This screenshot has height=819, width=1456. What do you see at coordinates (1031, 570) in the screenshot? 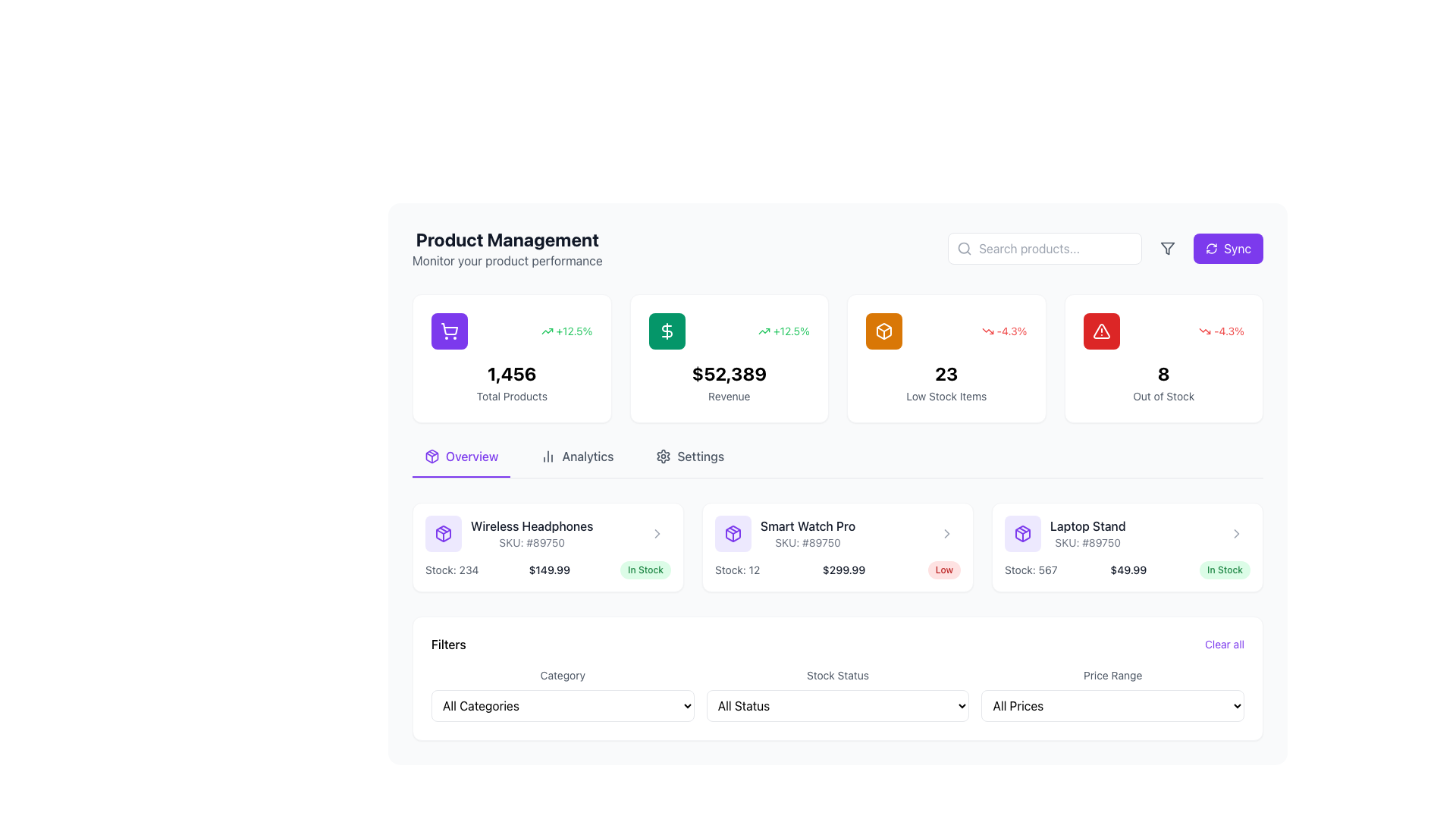
I see `stock quantity displayed in the static text element for the 'Laptop Stand' product, located at the bottom section of the interface, preceding the price and the 'In Stock' badge` at bounding box center [1031, 570].